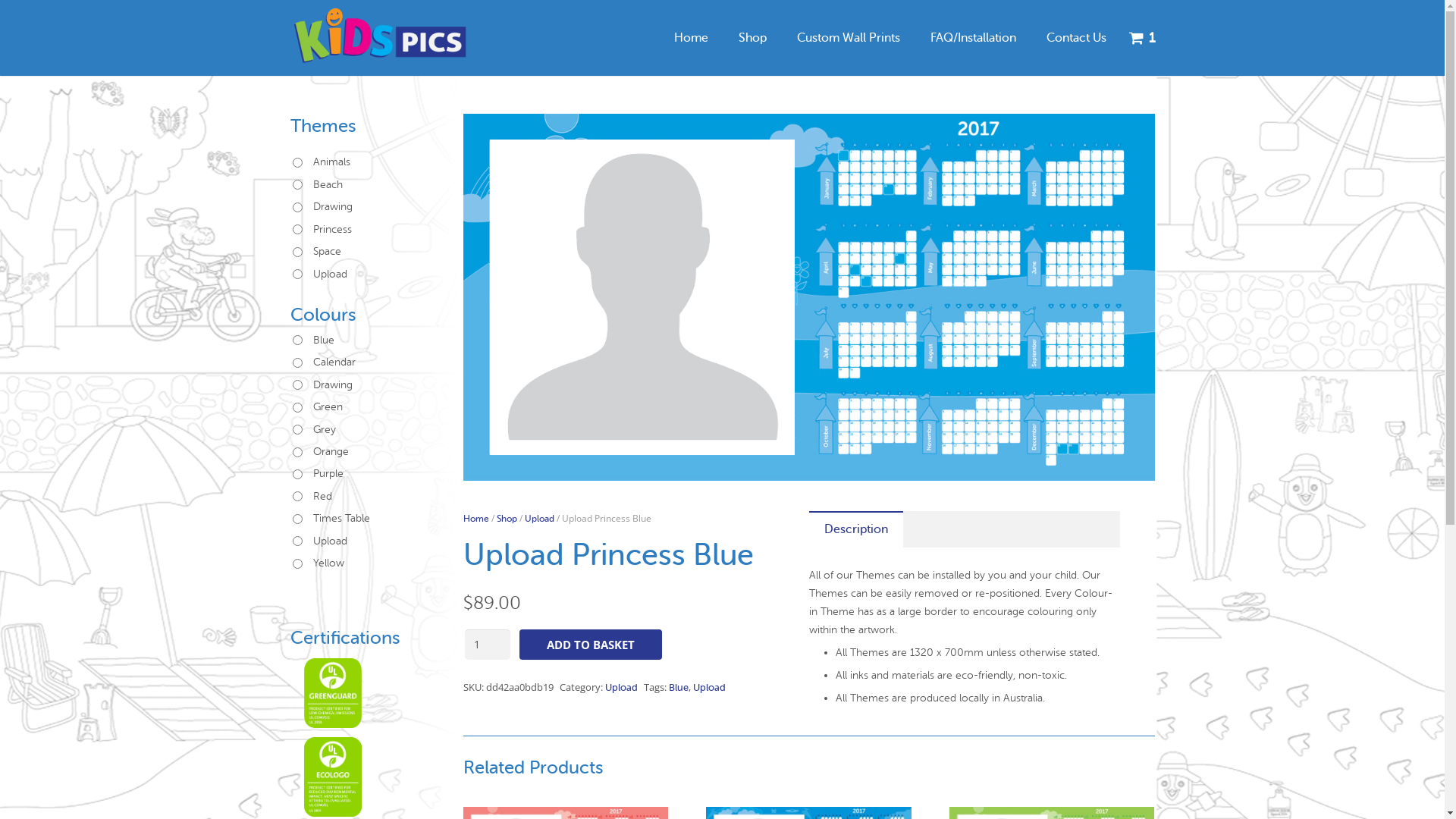 The height and width of the screenshot is (819, 1456). What do you see at coordinates (752, 37) in the screenshot?
I see `'Shop'` at bounding box center [752, 37].